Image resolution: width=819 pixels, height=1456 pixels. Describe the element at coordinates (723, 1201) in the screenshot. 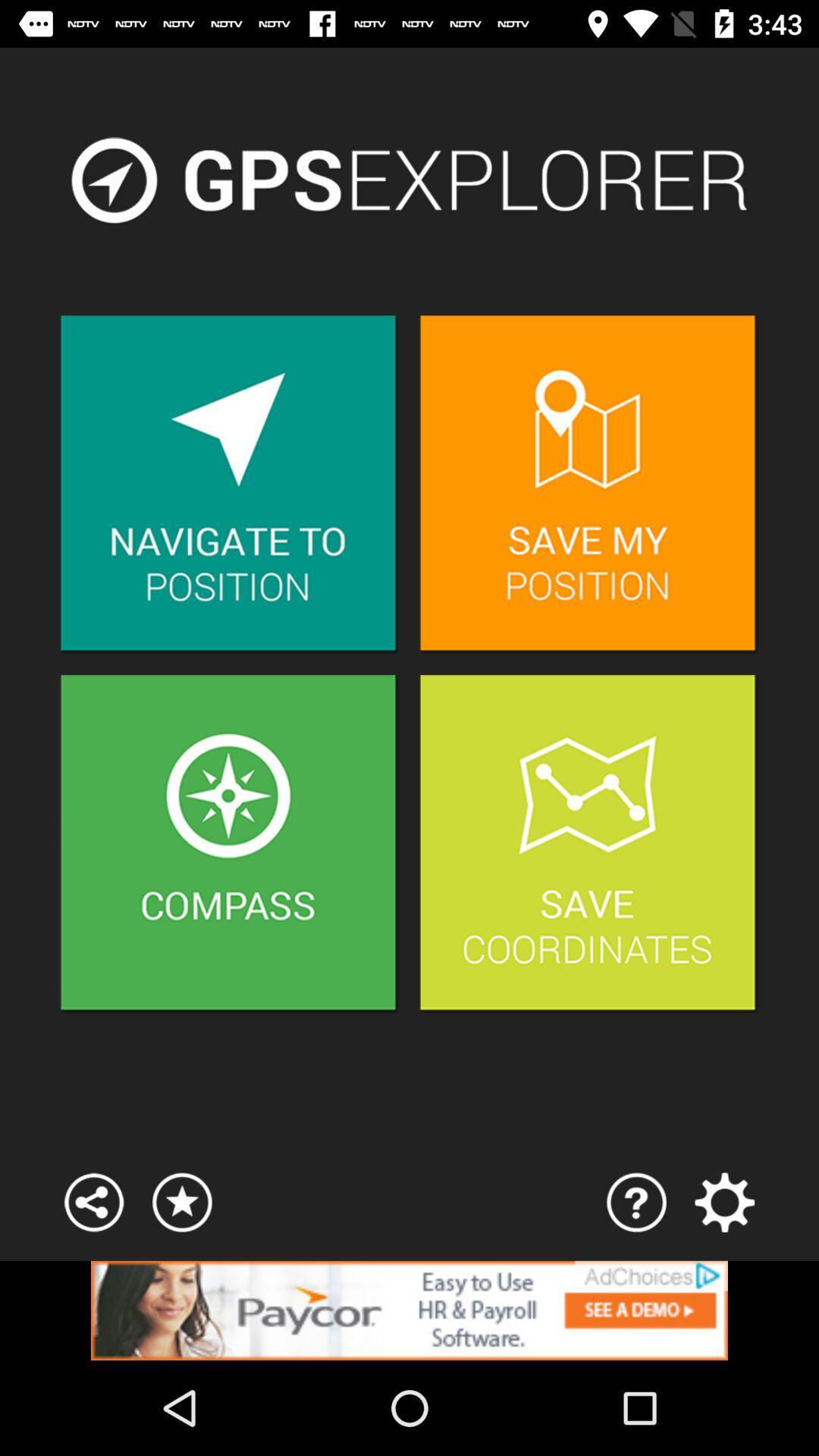

I see `settings option` at that location.